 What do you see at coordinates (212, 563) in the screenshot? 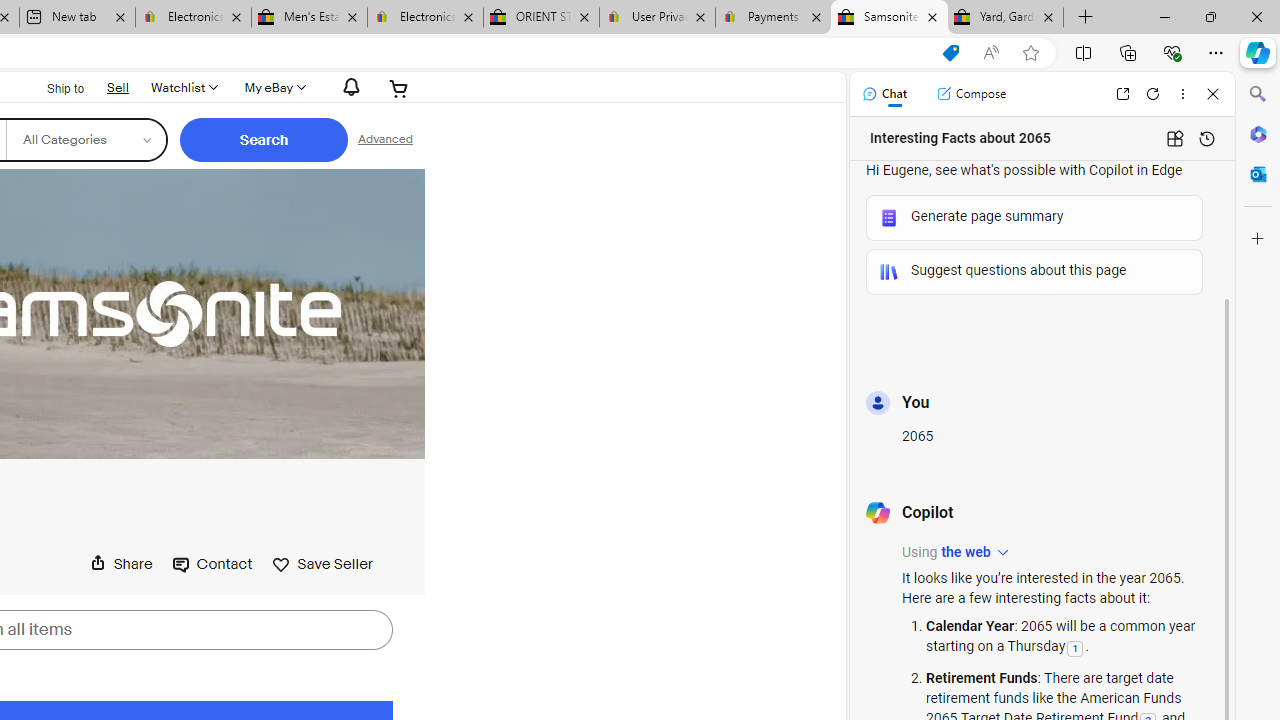
I see `'Contact'` at bounding box center [212, 563].